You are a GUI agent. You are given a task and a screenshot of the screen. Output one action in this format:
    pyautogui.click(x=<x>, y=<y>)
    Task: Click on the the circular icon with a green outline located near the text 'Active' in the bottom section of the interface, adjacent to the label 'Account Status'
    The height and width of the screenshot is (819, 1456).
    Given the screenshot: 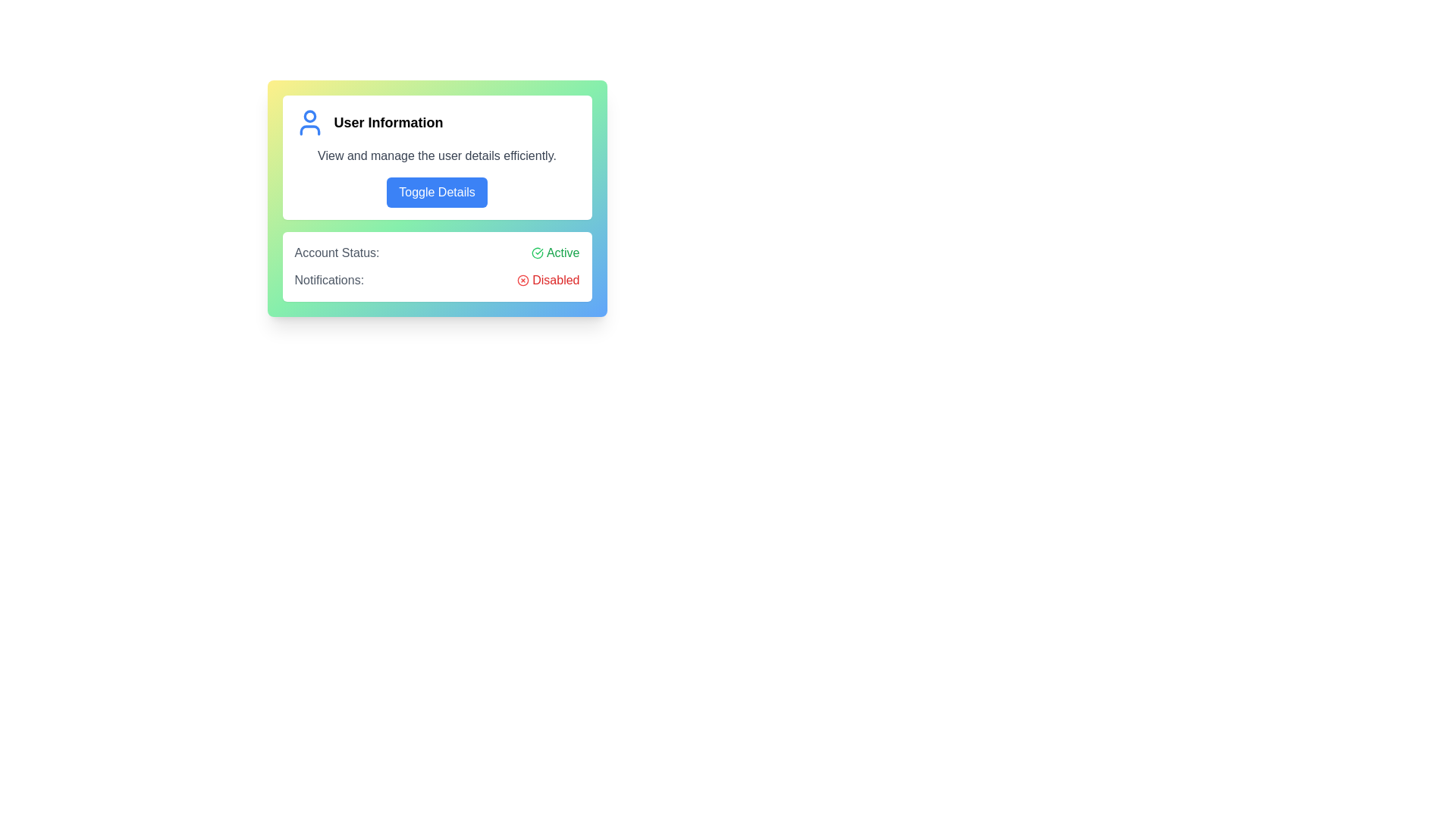 What is the action you would take?
    pyautogui.click(x=537, y=253)
    